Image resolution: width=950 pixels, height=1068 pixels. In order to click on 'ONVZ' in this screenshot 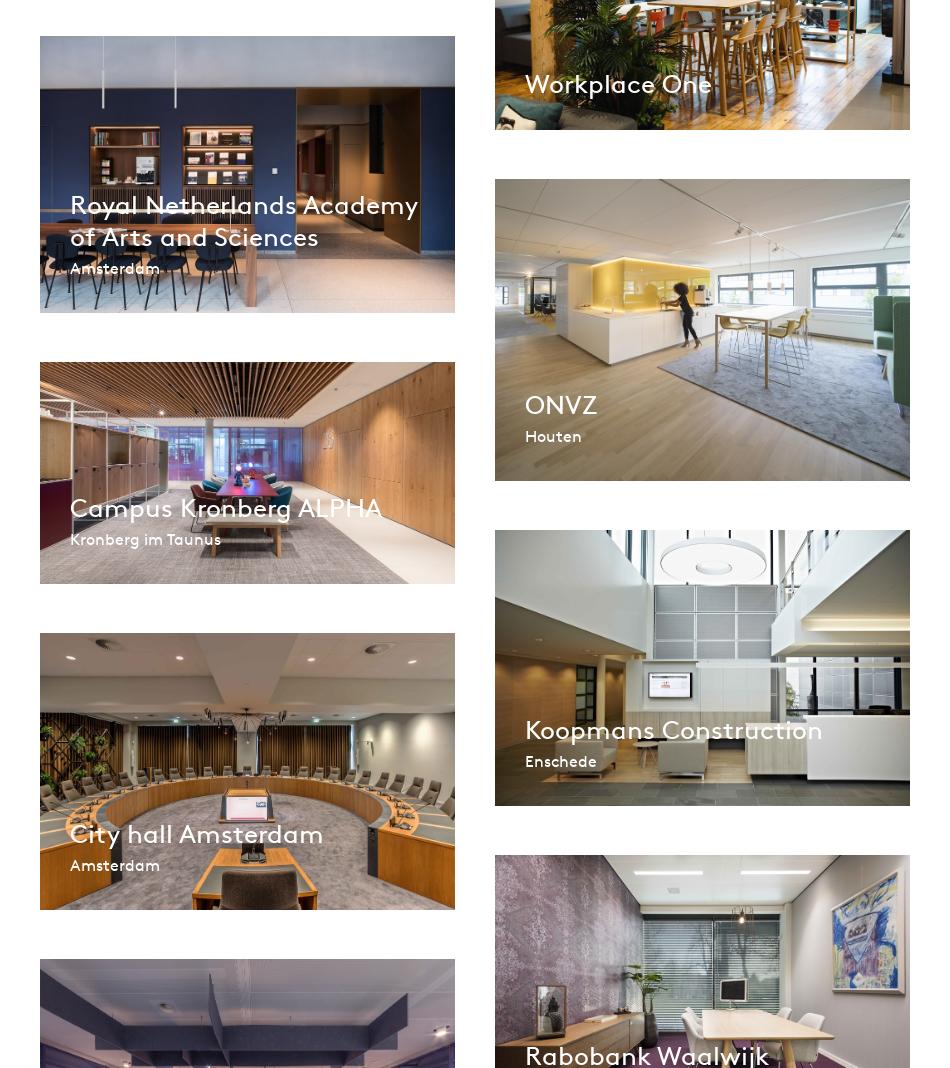, I will do `click(560, 404)`.